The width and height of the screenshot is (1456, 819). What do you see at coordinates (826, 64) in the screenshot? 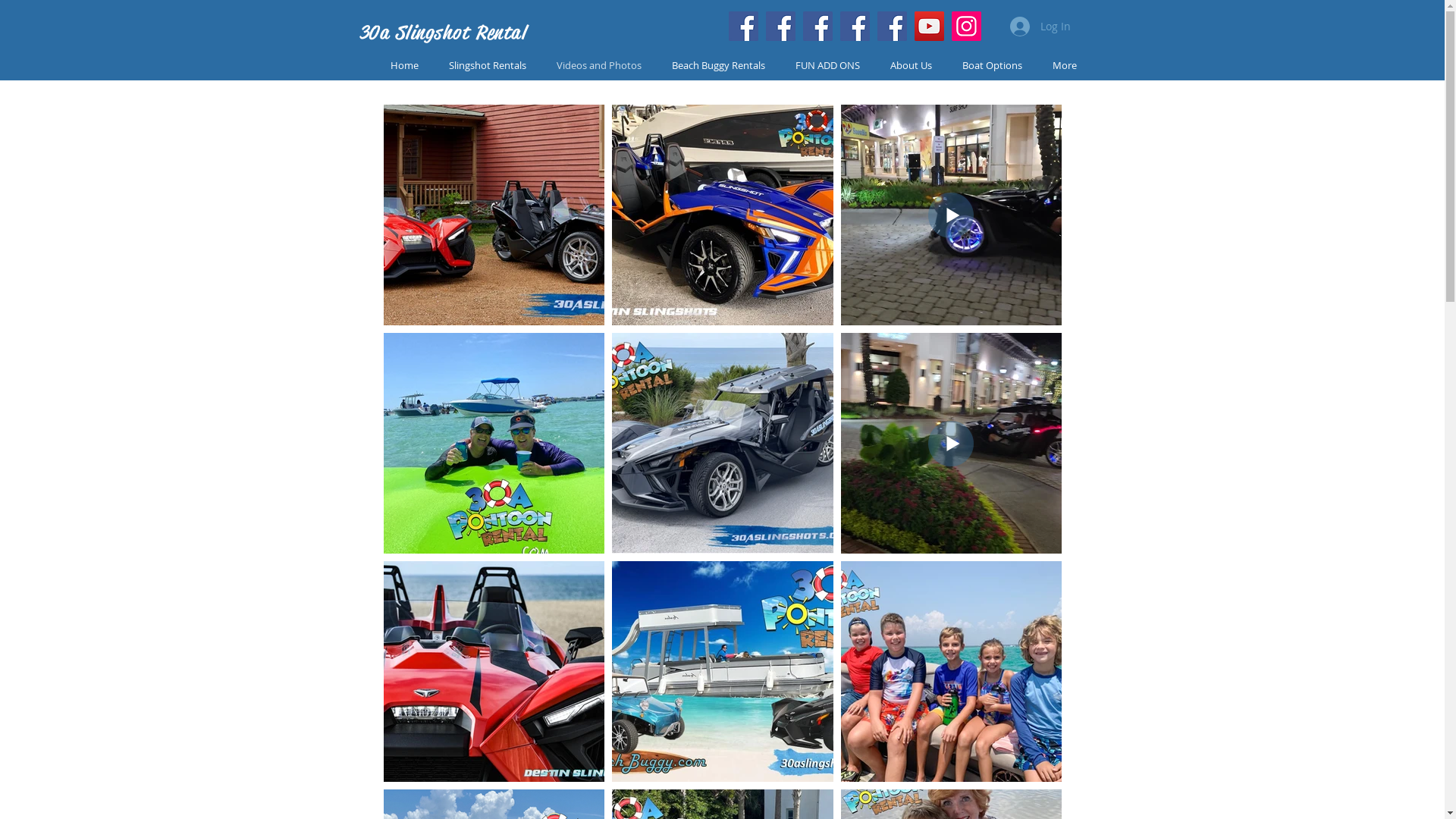
I see `'FUN ADD ONS'` at bounding box center [826, 64].